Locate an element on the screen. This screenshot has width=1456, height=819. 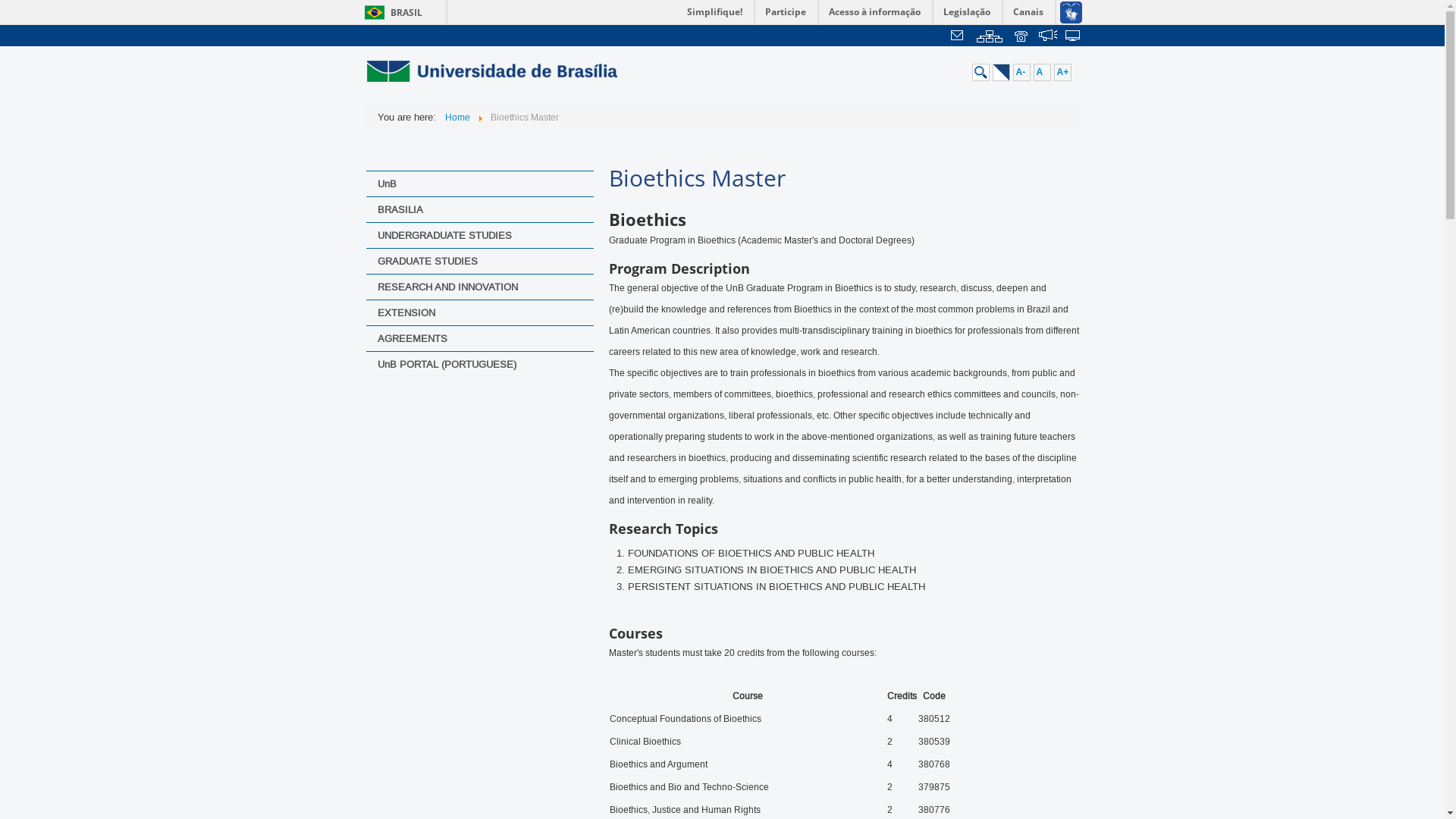
'Webmail' is located at coordinates (957, 36).